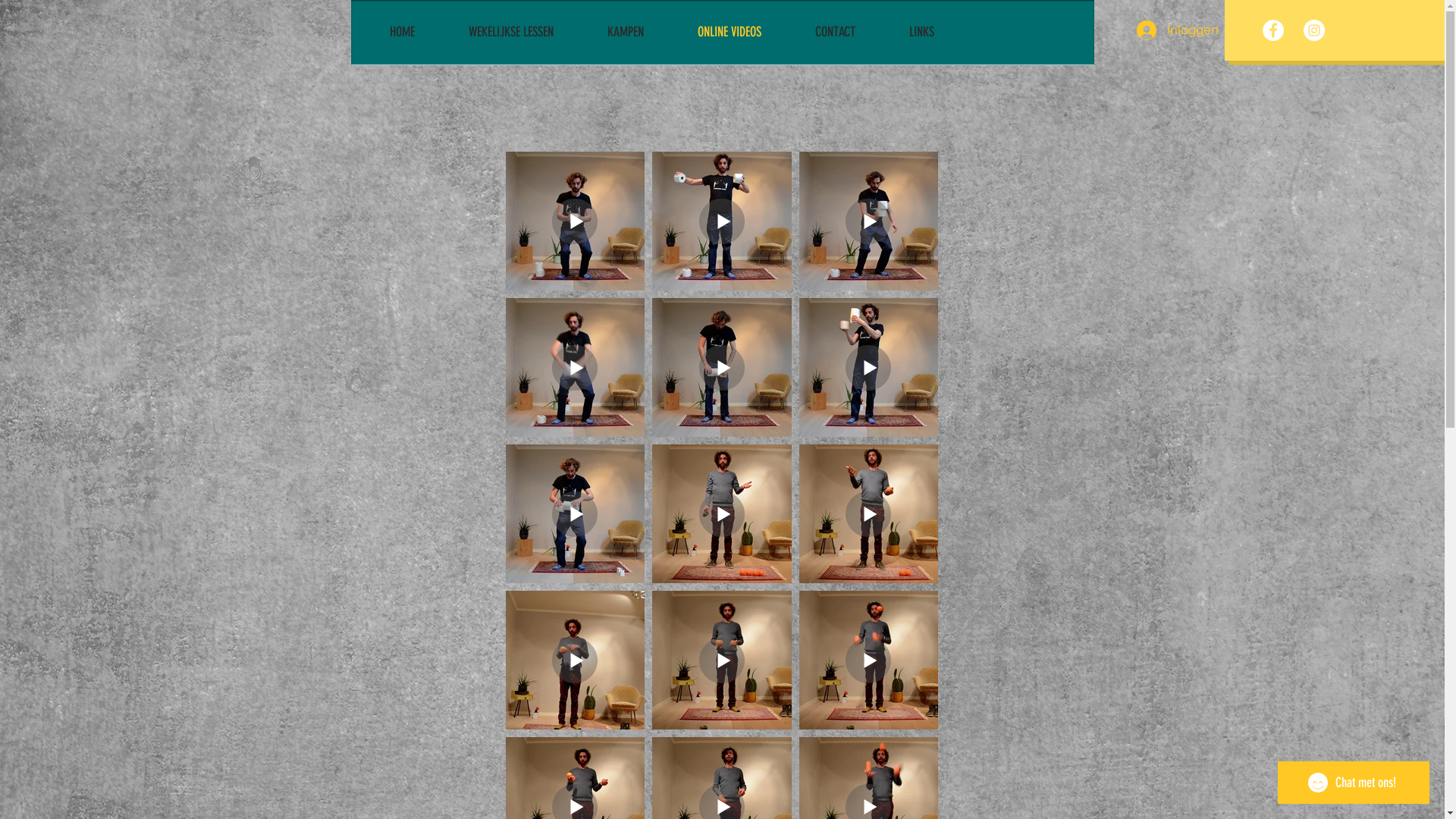 This screenshot has width=1456, height=819. What do you see at coordinates (378, 32) in the screenshot?
I see `'HOME'` at bounding box center [378, 32].